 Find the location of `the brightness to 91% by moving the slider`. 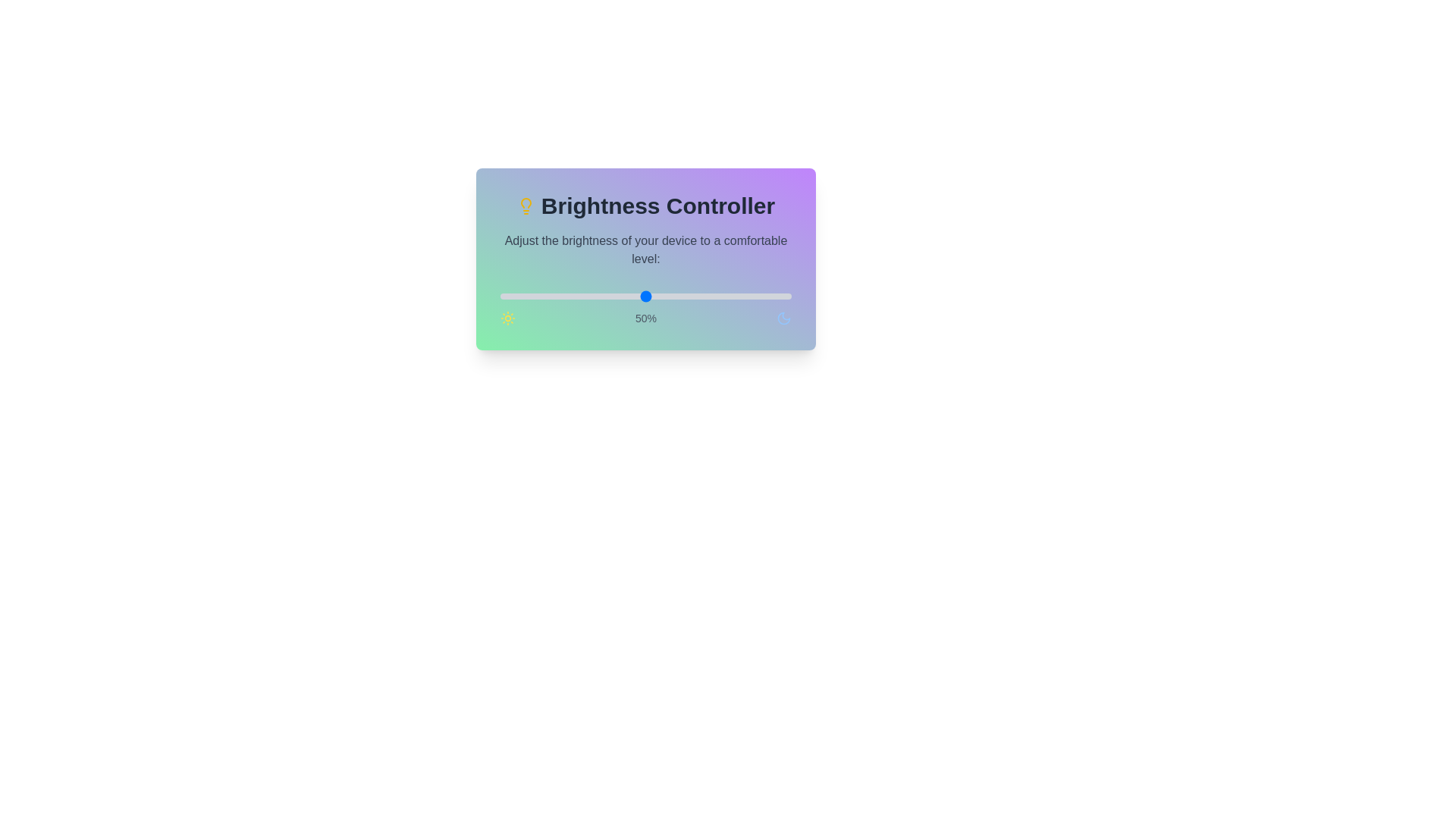

the brightness to 91% by moving the slider is located at coordinates (765, 296).